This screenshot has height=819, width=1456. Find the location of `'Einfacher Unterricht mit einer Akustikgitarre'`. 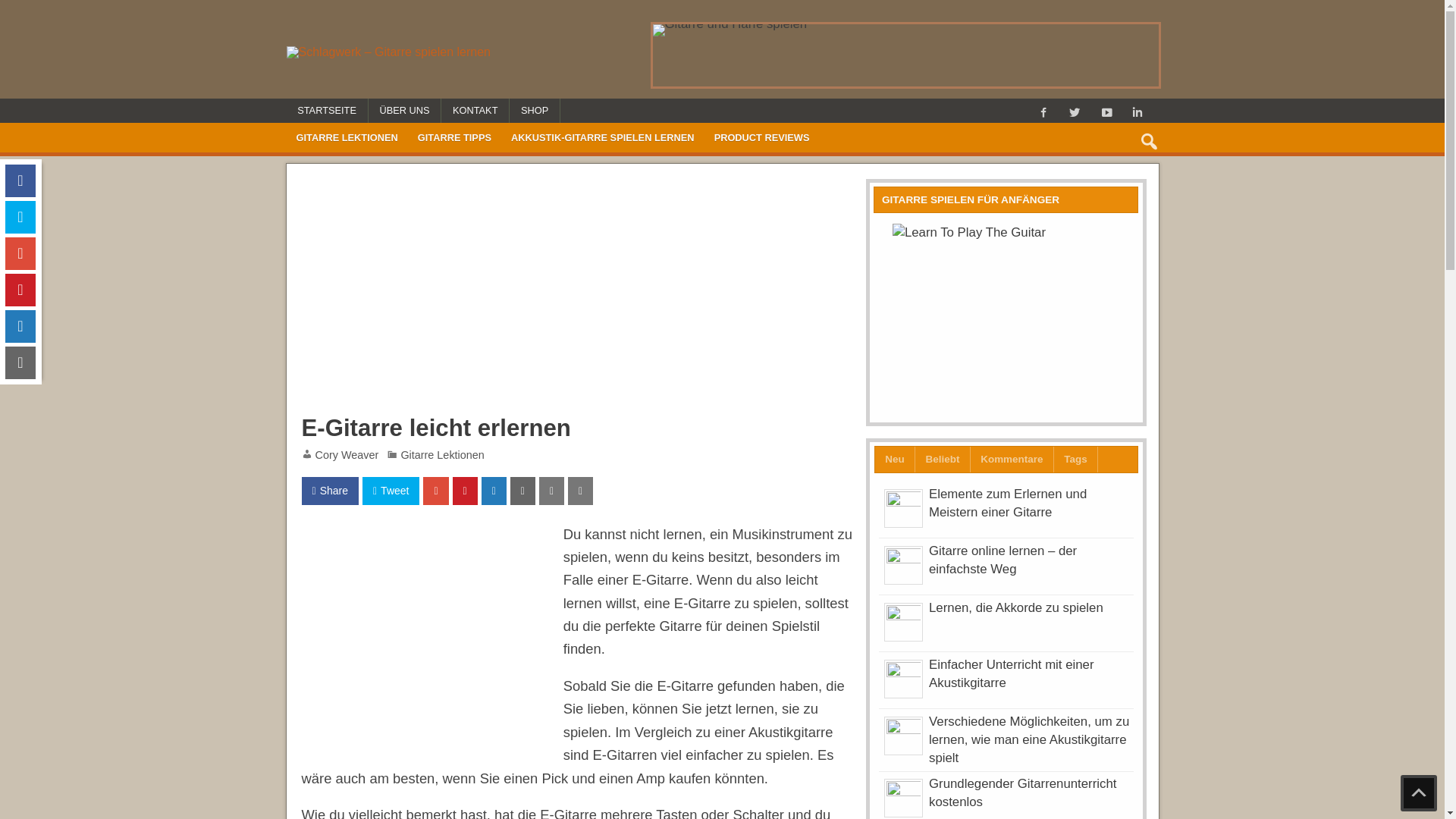

'Einfacher Unterricht mit einer Akustikgitarre' is located at coordinates (1012, 673).